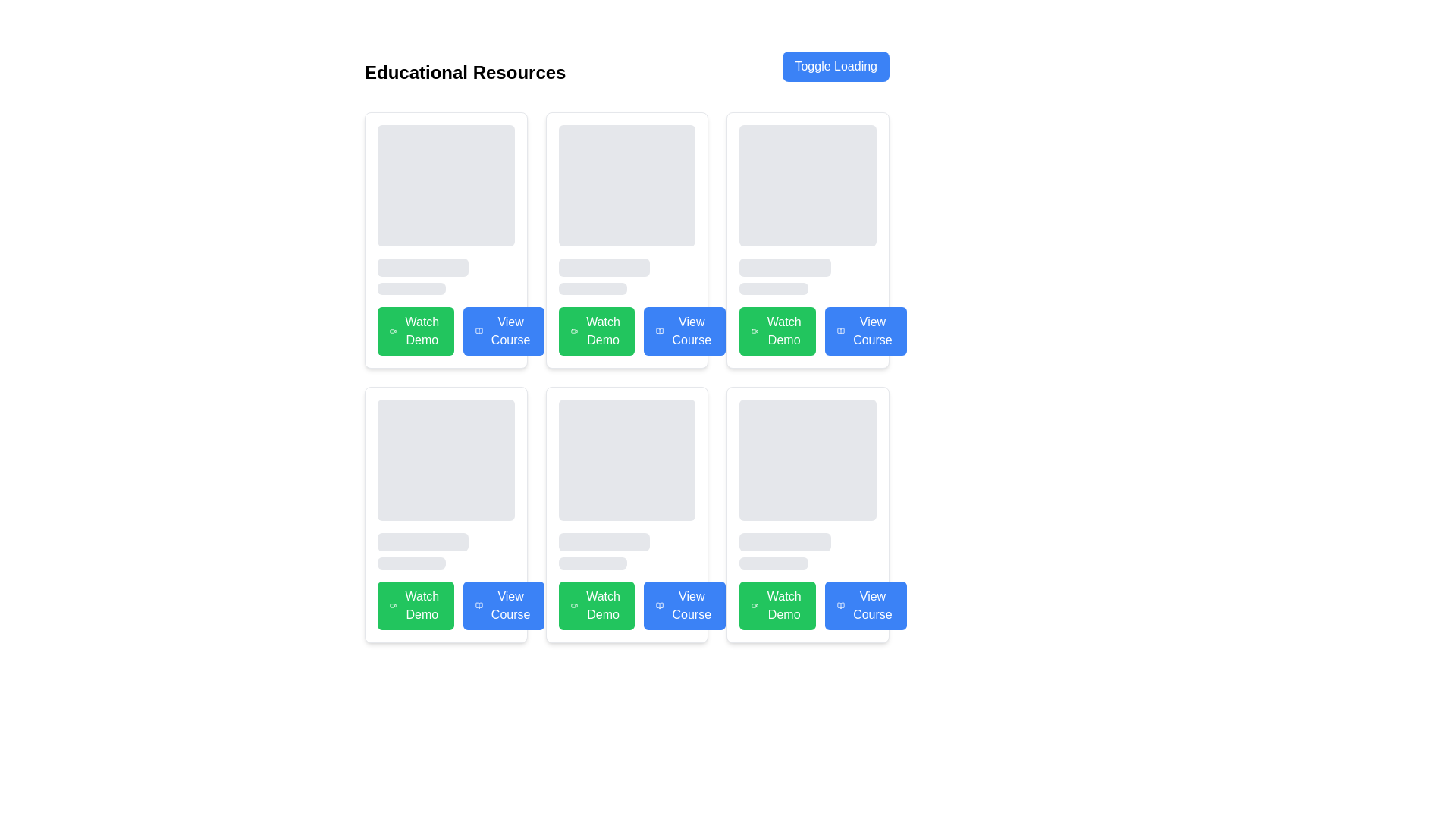 This screenshot has width=1456, height=819. What do you see at coordinates (777, 330) in the screenshot?
I see `the 'Watch Demo' button, a rectangular green button with rounded edges and white text, for keyboard navigation` at bounding box center [777, 330].